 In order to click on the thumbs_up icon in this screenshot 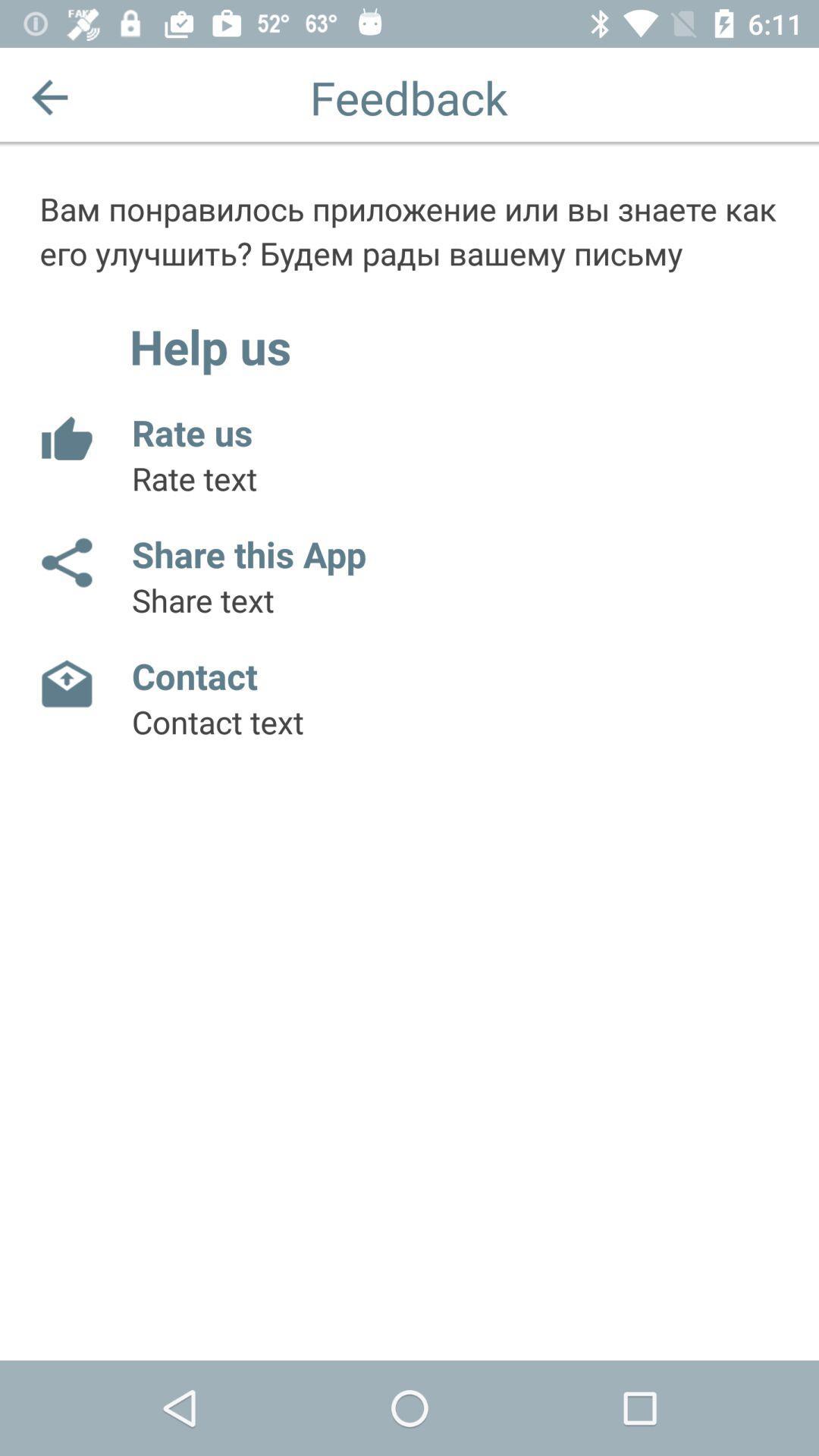, I will do `click(65, 439)`.